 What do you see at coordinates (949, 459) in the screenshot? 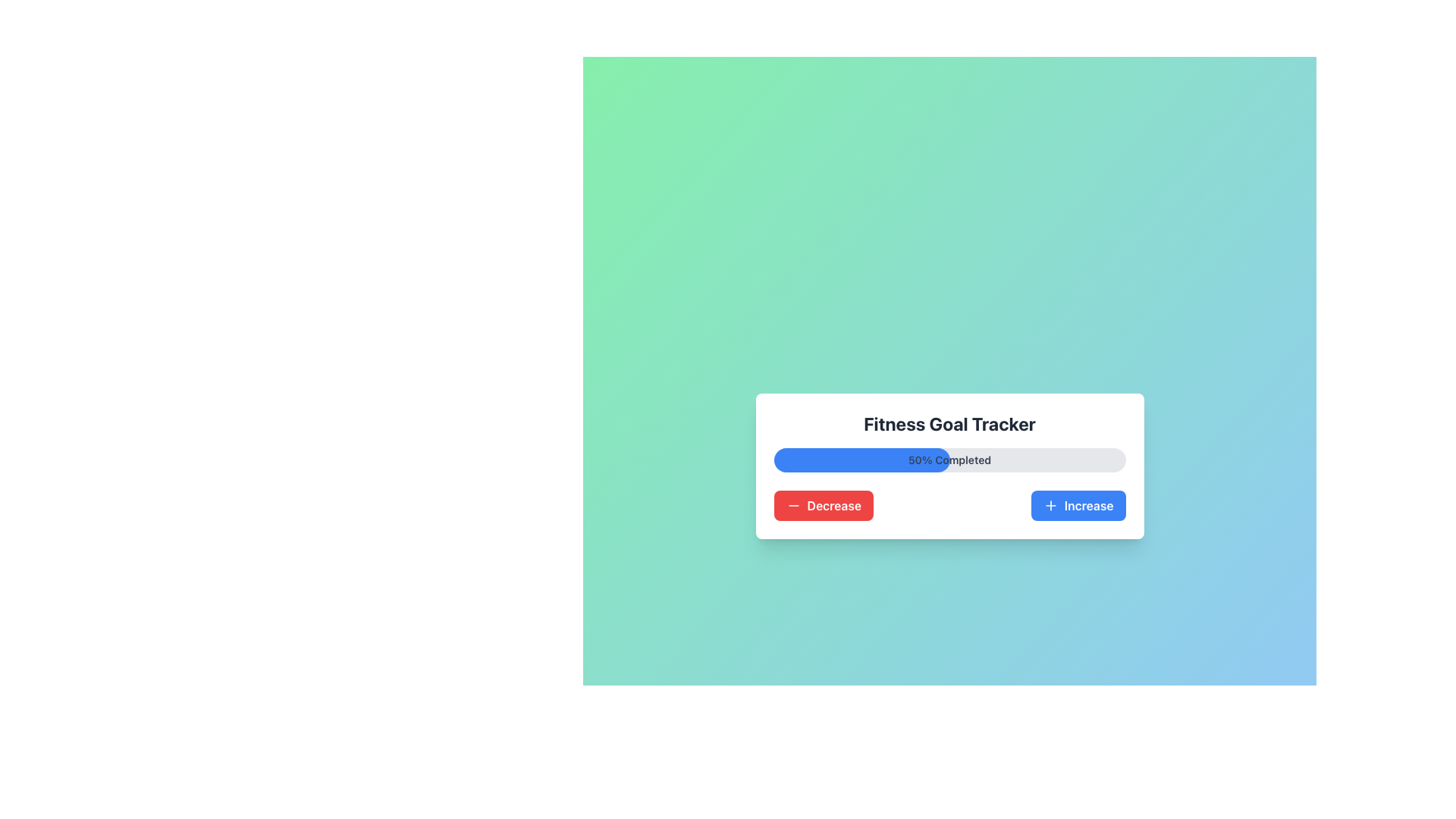
I see `the progress bar indicating '50% Completed' within the 'Fitness Goal Tracker' card` at bounding box center [949, 459].